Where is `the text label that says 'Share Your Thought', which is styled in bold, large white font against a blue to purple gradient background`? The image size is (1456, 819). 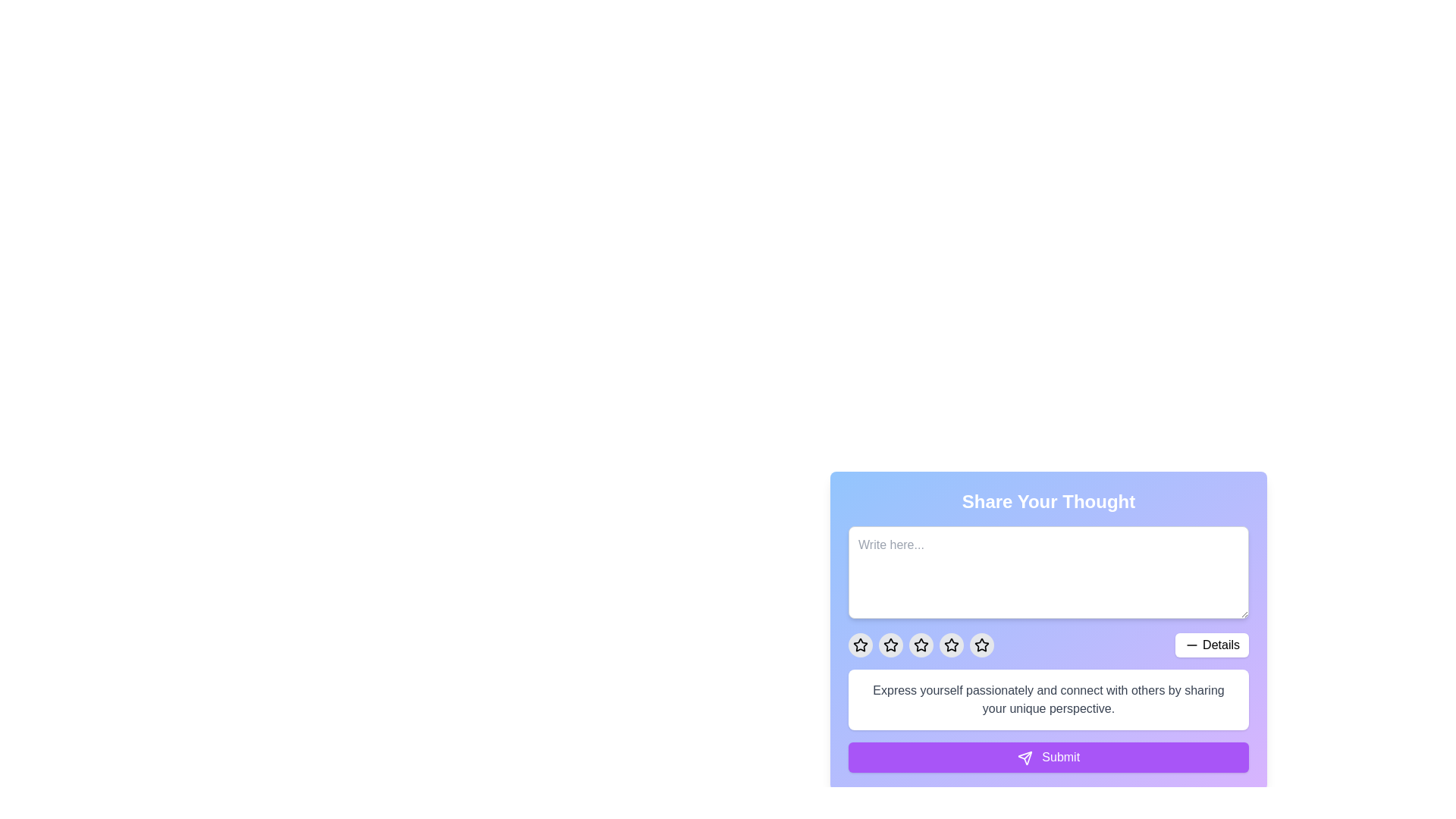
the text label that says 'Share Your Thought', which is styled in bold, large white font against a blue to purple gradient background is located at coordinates (1047, 502).